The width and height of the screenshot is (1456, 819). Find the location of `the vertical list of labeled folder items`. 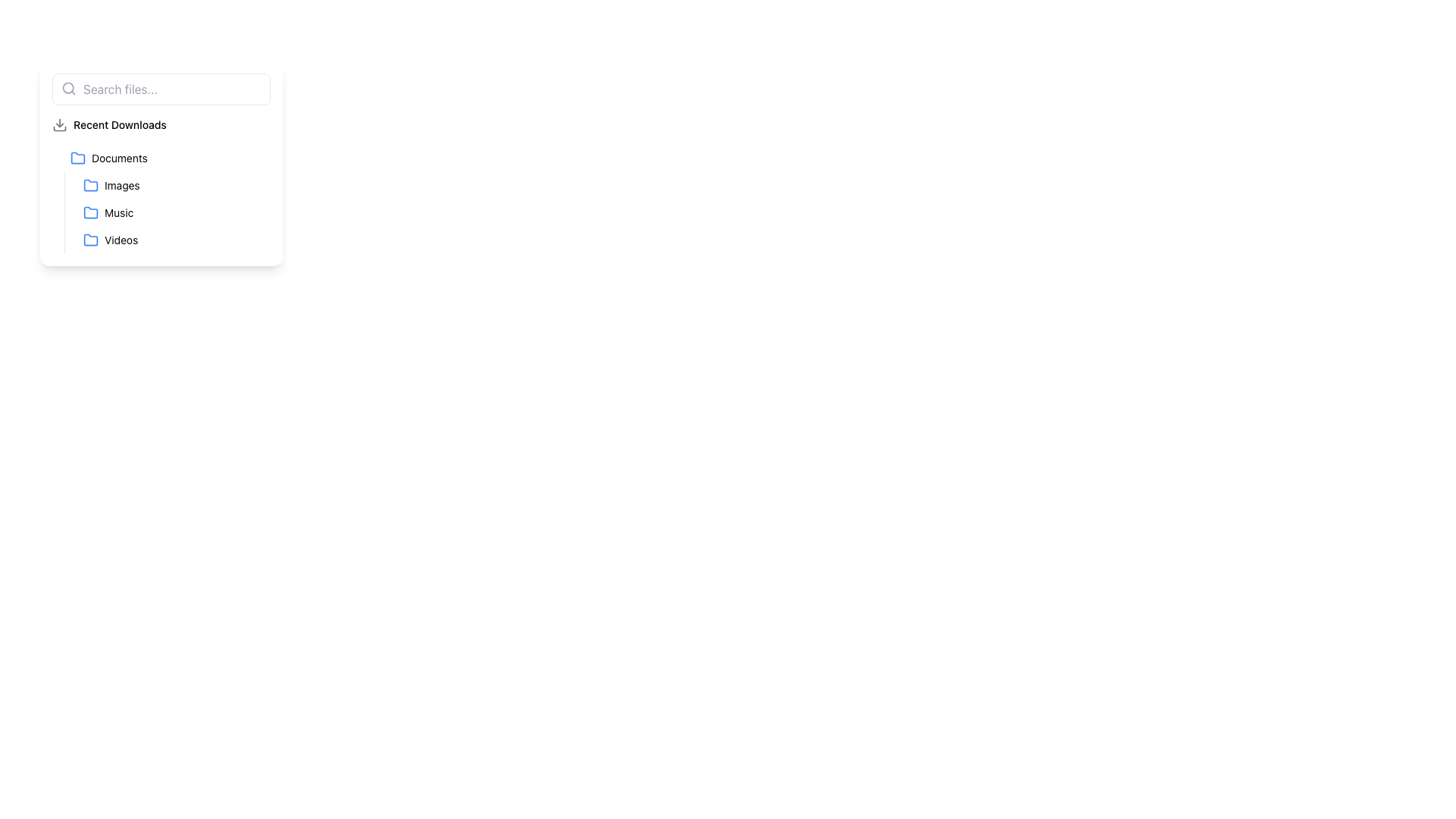

the vertical list of labeled folder items is located at coordinates (161, 164).